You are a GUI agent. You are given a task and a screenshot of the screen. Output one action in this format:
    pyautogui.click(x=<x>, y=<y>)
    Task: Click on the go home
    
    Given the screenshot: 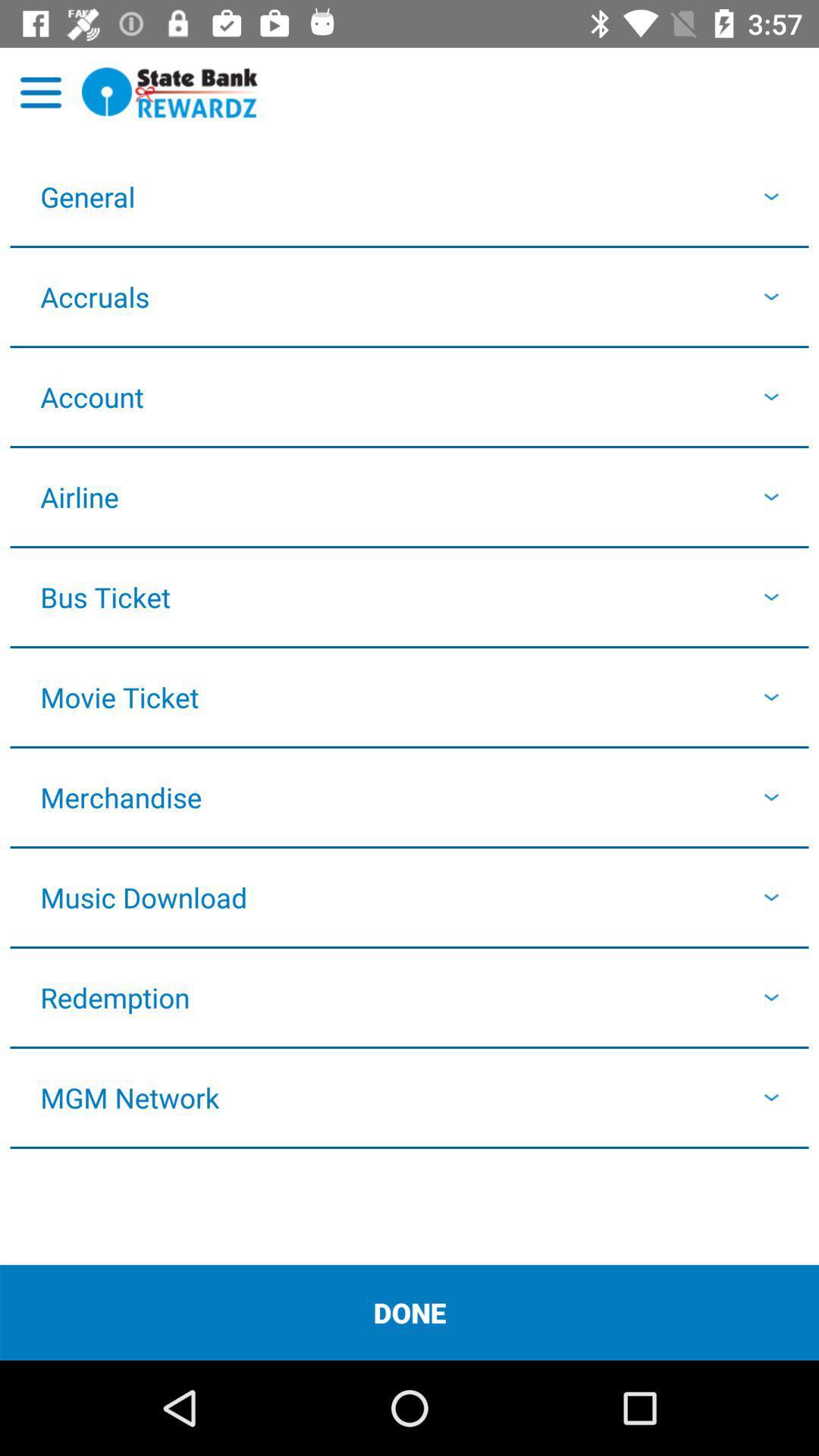 What is the action you would take?
    pyautogui.click(x=170, y=92)
    